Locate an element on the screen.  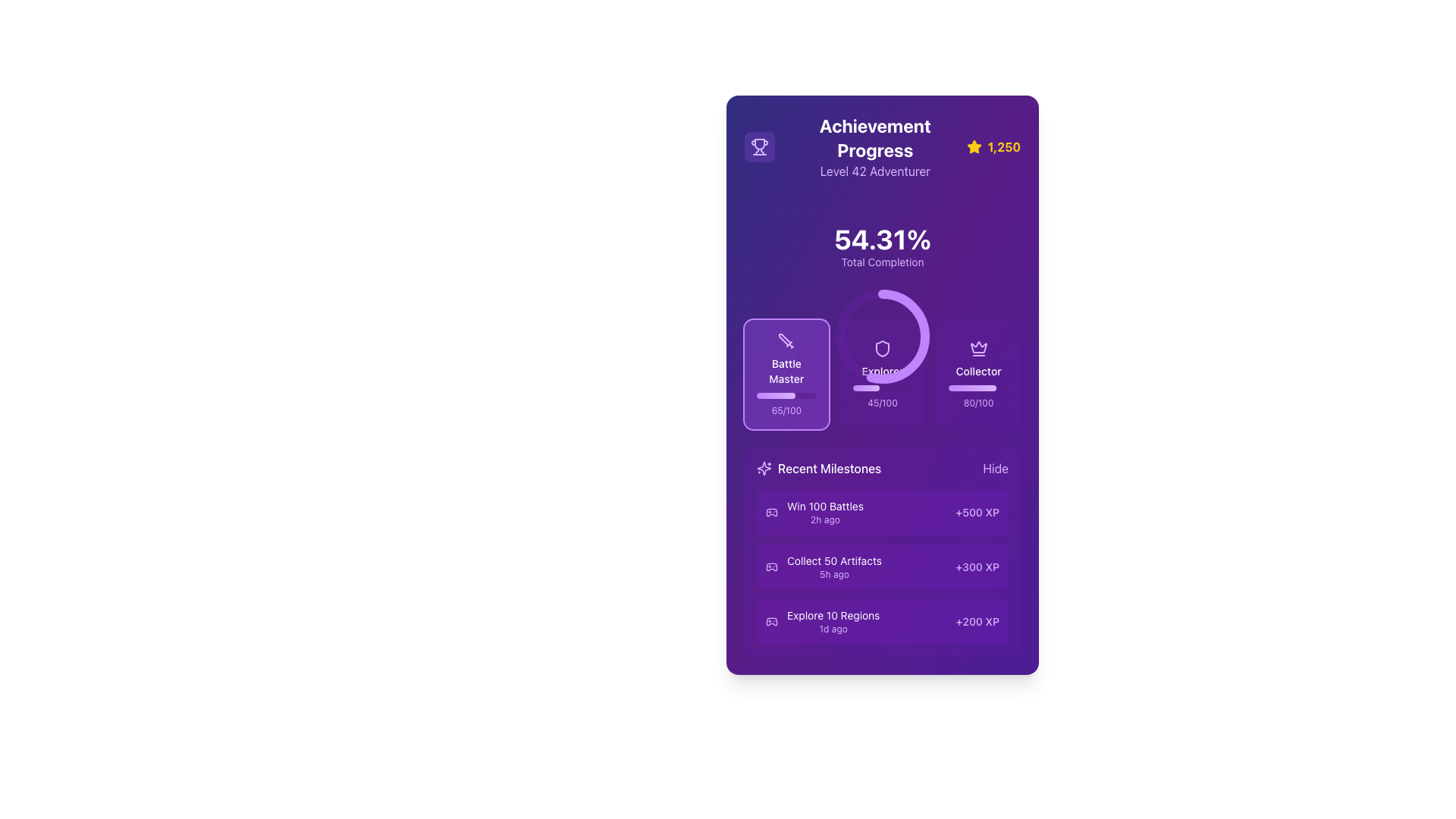
the milestone icon located on the left side of the 'Explore 10 Regions' milestone in the 'Recent Milestones' section is located at coordinates (771, 622).